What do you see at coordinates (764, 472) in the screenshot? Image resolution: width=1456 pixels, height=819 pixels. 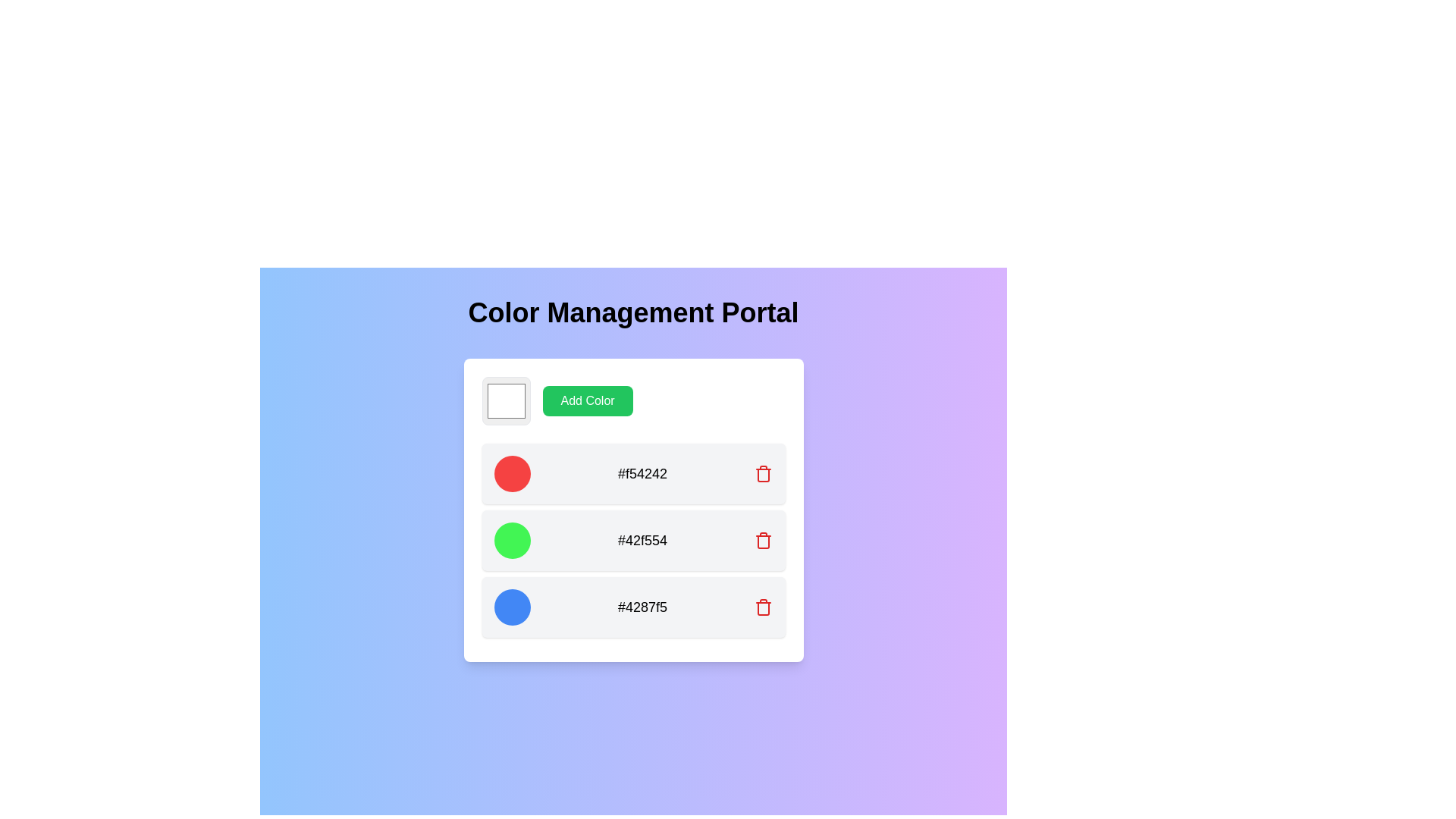 I see `the red trash bin icon button to observe the color change, which indicates a delete action and is located adjacent to the hexadecimal color code '#f54242' in the first row of the list item interface` at bounding box center [764, 472].